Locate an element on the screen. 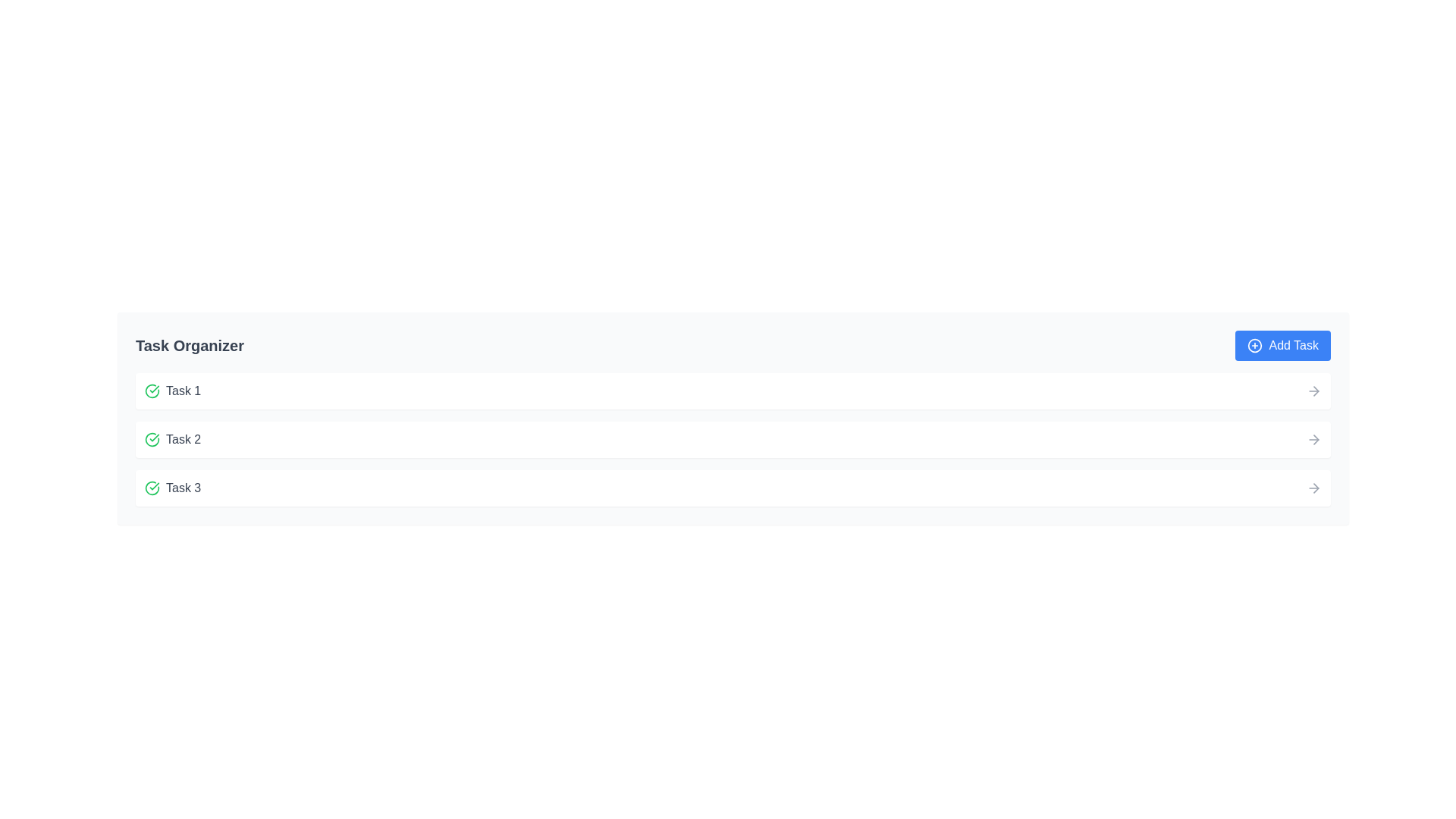 The image size is (1456, 819). the small right-pointing arrow-shaped icon located to the far right of the 'Add Task' button is located at coordinates (1315, 391).